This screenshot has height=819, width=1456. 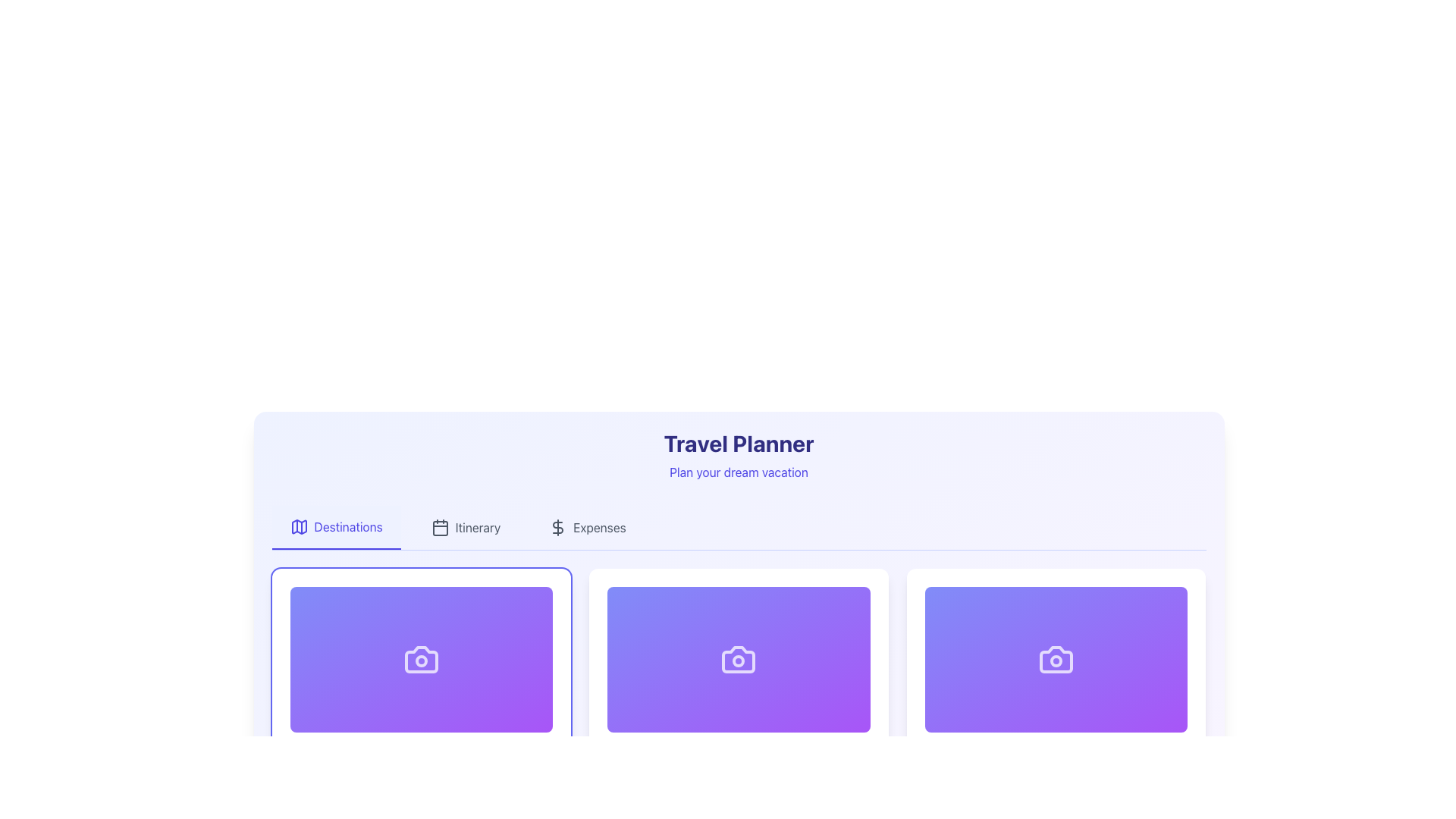 I want to click on the camera icon, which is an outlined shape with a rectangular body and circular lens, located in the first square card under the 'Destinations' tab, so click(x=421, y=659).